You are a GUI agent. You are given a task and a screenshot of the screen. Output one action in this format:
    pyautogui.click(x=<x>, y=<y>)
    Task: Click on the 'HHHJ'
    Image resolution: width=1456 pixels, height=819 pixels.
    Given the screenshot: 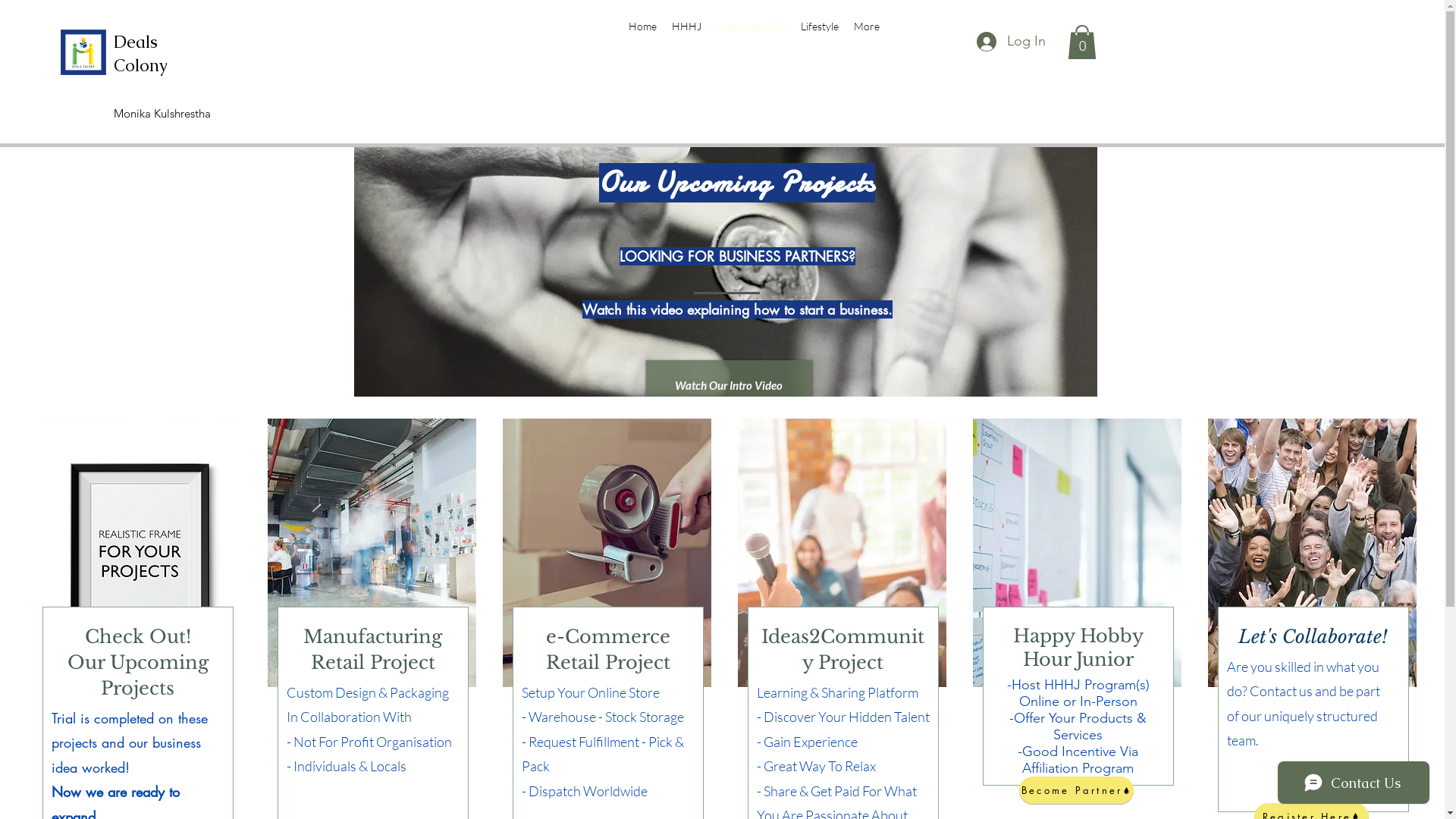 What is the action you would take?
    pyautogui.click(x=686, y=26)
    